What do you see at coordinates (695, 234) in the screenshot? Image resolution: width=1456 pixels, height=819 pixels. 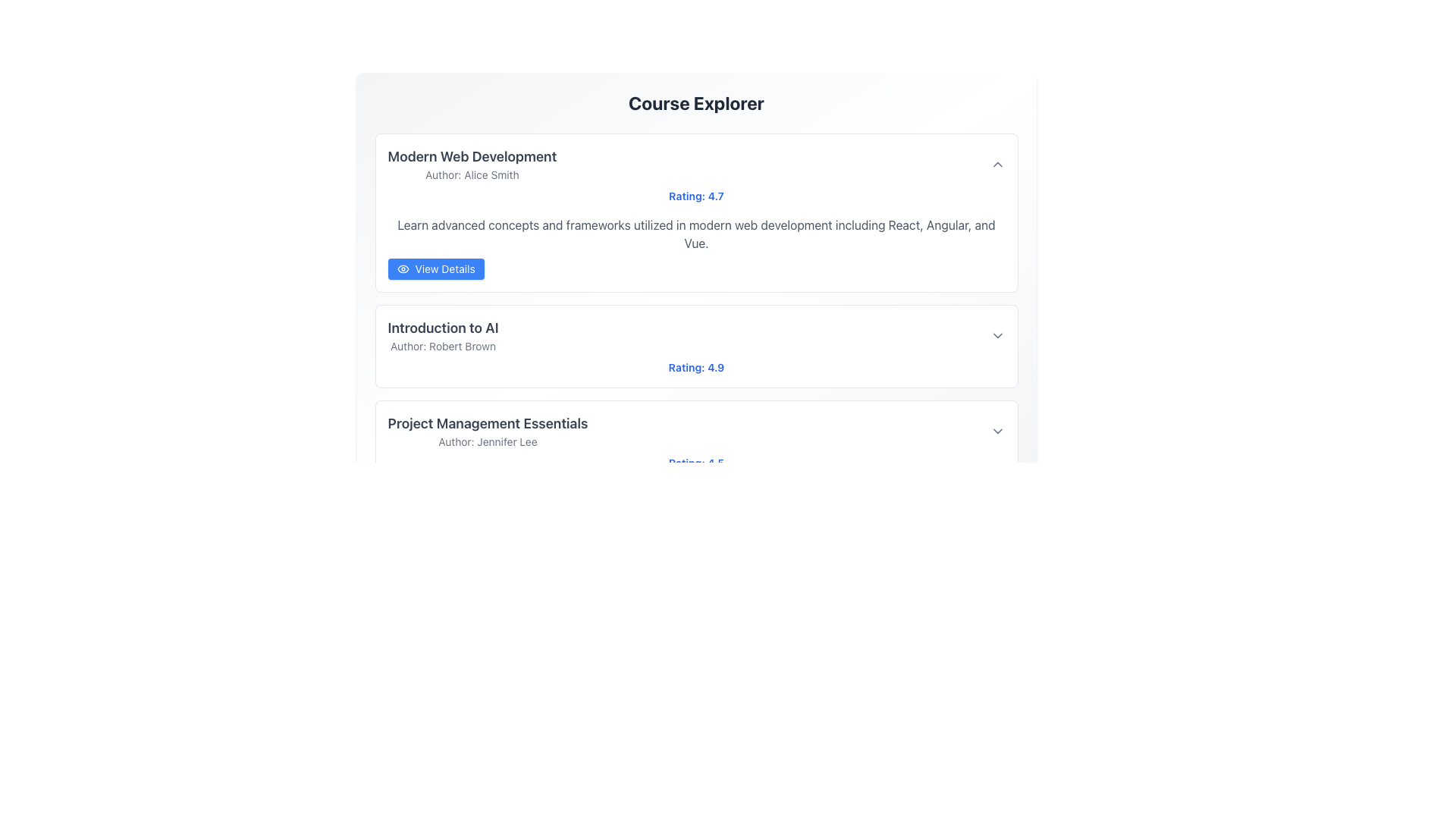 I see `paragraph content block providing an overview of the course titled 'Modern Web Development', which is located below the title and author information` at bounding box center [695, 234].